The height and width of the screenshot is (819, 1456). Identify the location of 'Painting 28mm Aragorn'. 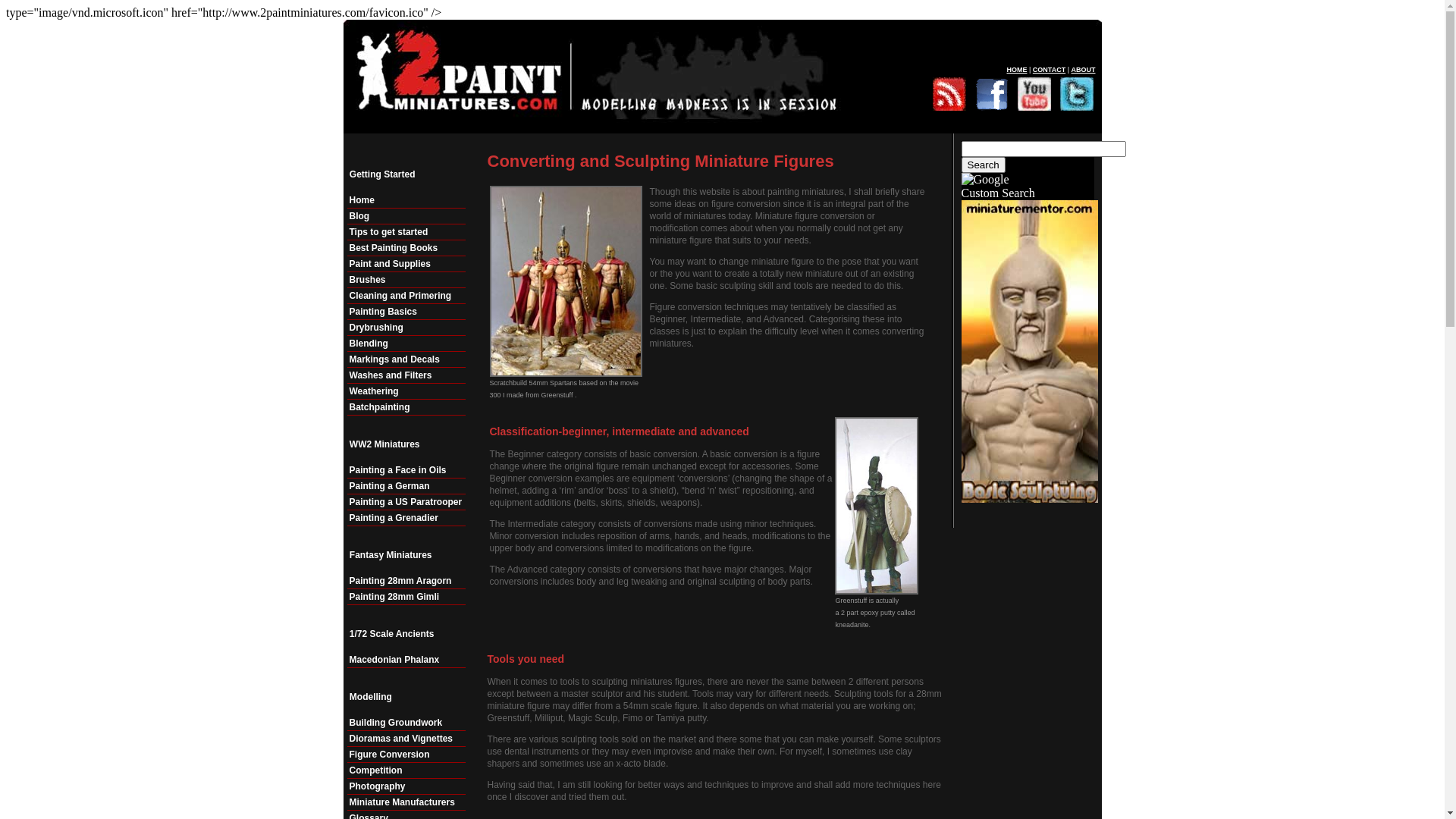
(406, 580).